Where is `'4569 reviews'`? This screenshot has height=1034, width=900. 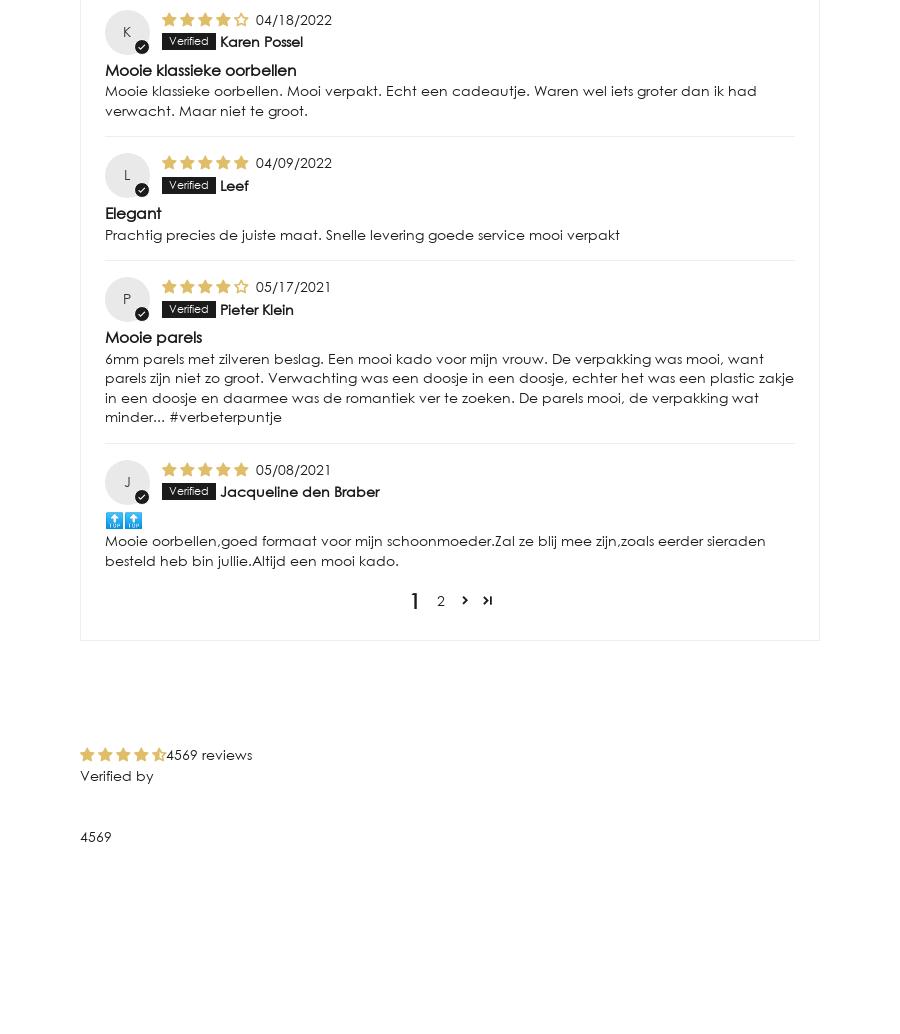 '4569 reviews' is located at coordinates (208, 753).